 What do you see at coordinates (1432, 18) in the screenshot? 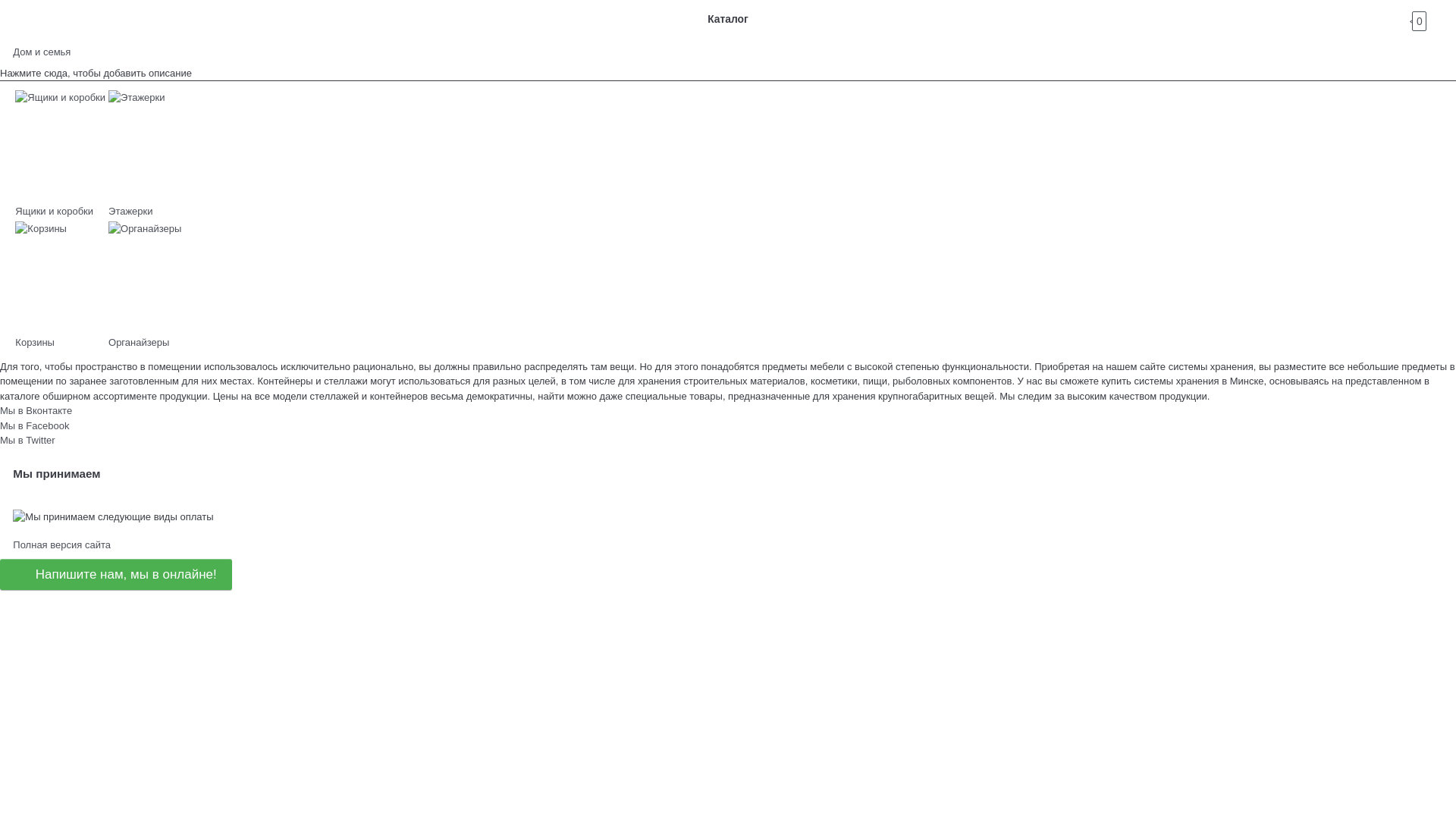
I see `'0'` at bounding box center [1432, 18].